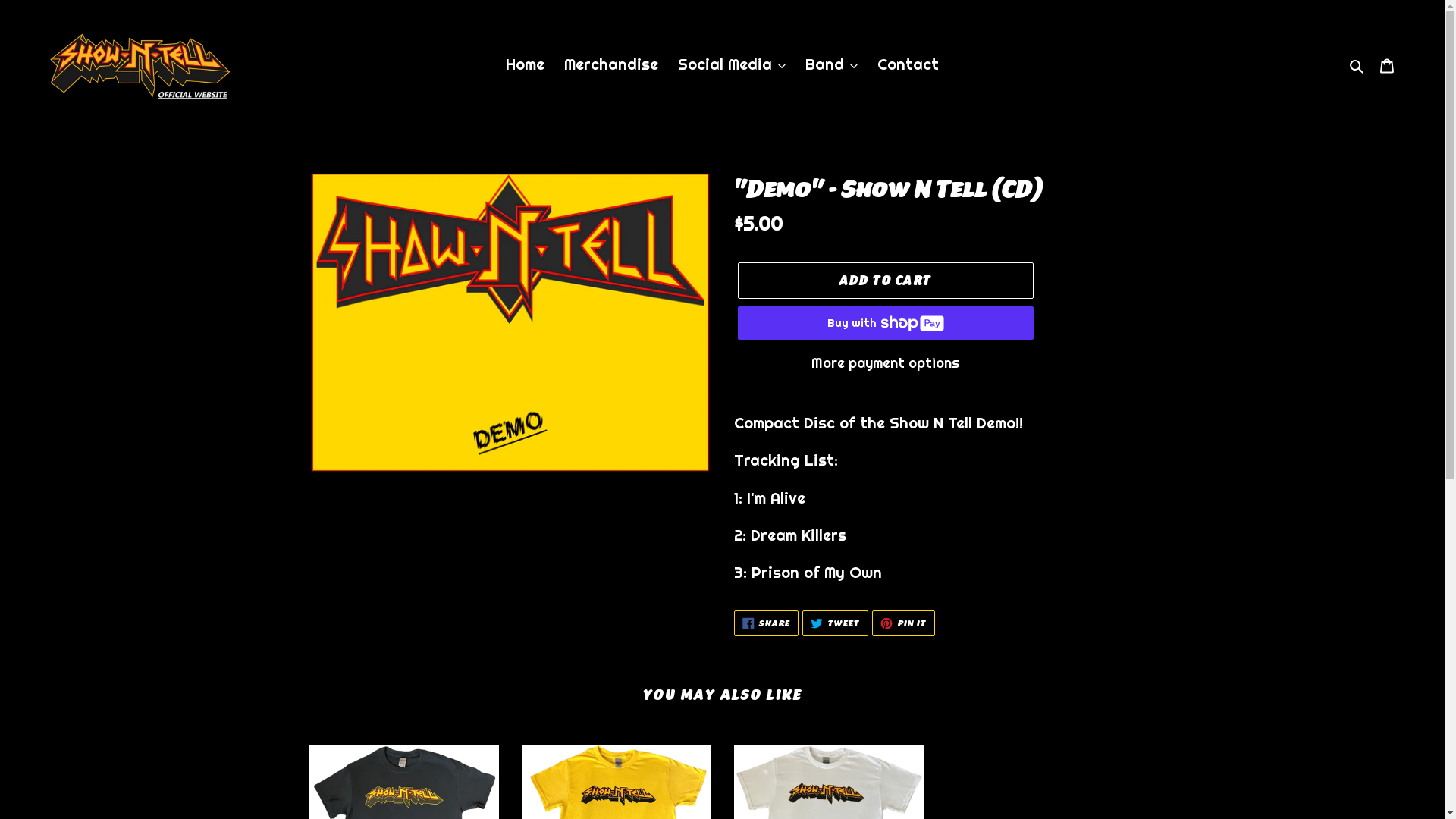 This screenshot has height=819, width=1456. Describe the element at coordinates (801, 623) in the screenshot. I see `'TWEET` at that location.